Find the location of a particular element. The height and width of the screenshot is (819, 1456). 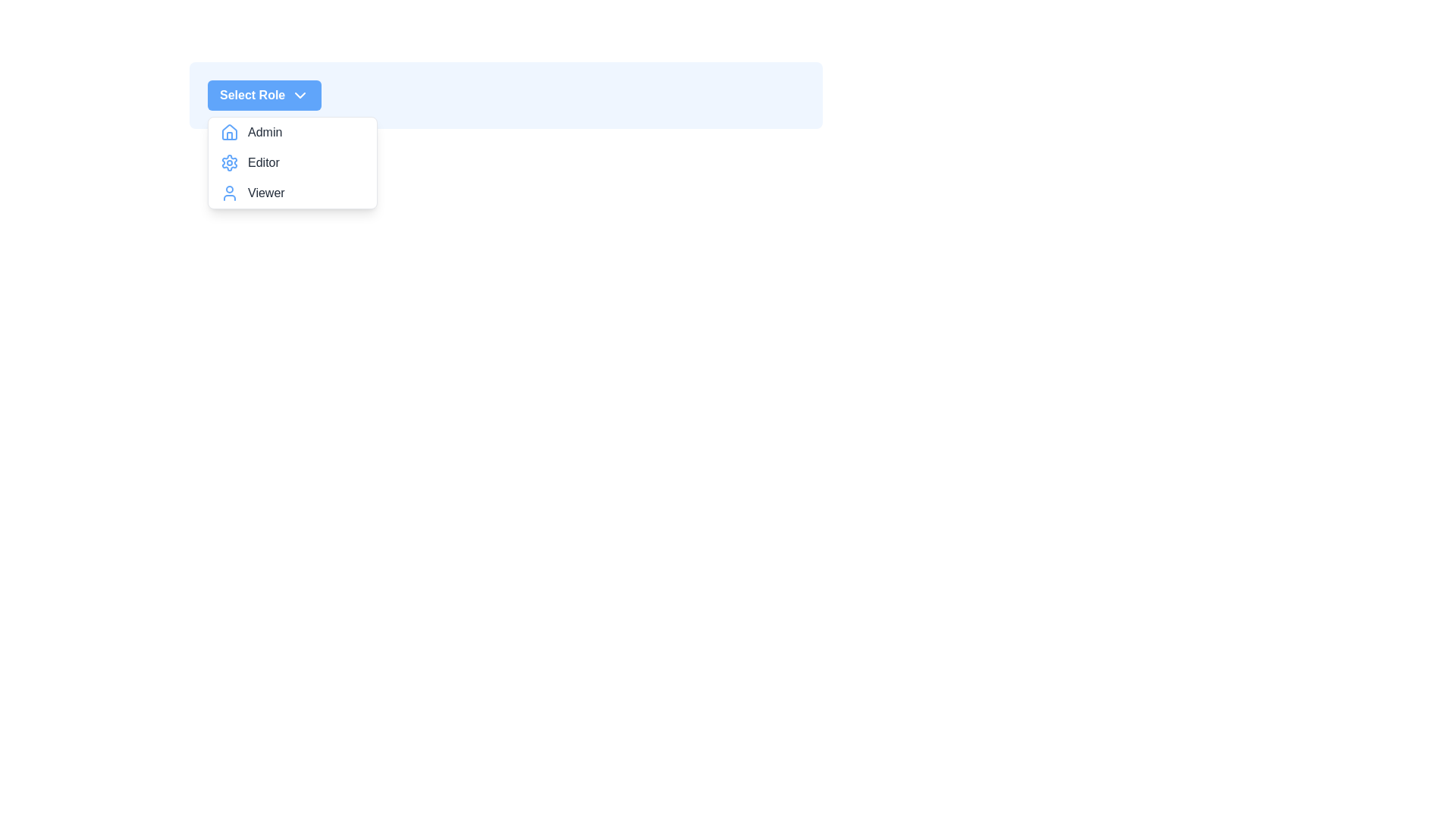

the role Viewer from the dropdown menu is located at coordinates (292, 192).